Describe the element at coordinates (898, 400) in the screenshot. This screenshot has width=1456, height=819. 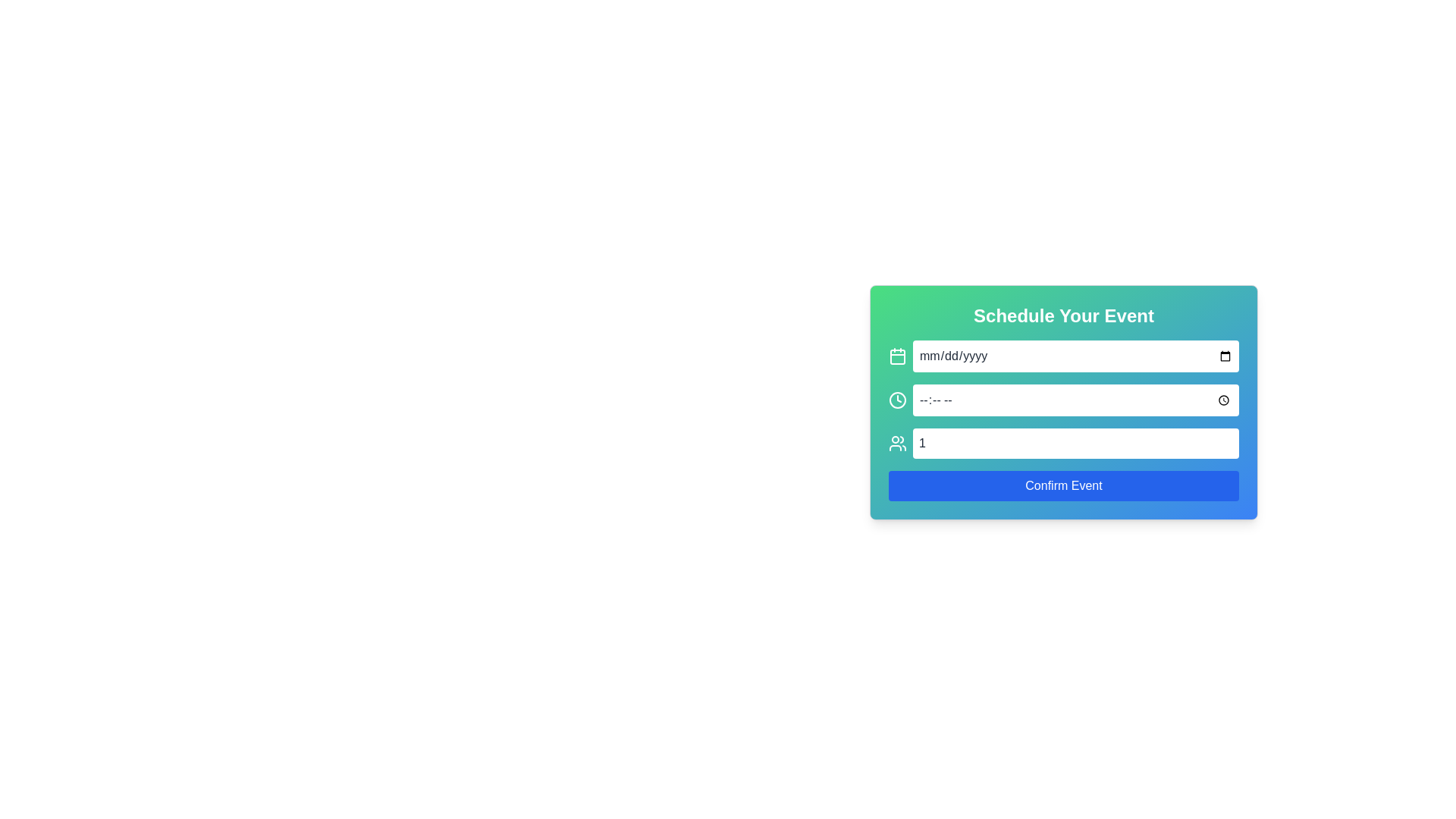
I see `the clock icon located to the left of the time input box` at that location.